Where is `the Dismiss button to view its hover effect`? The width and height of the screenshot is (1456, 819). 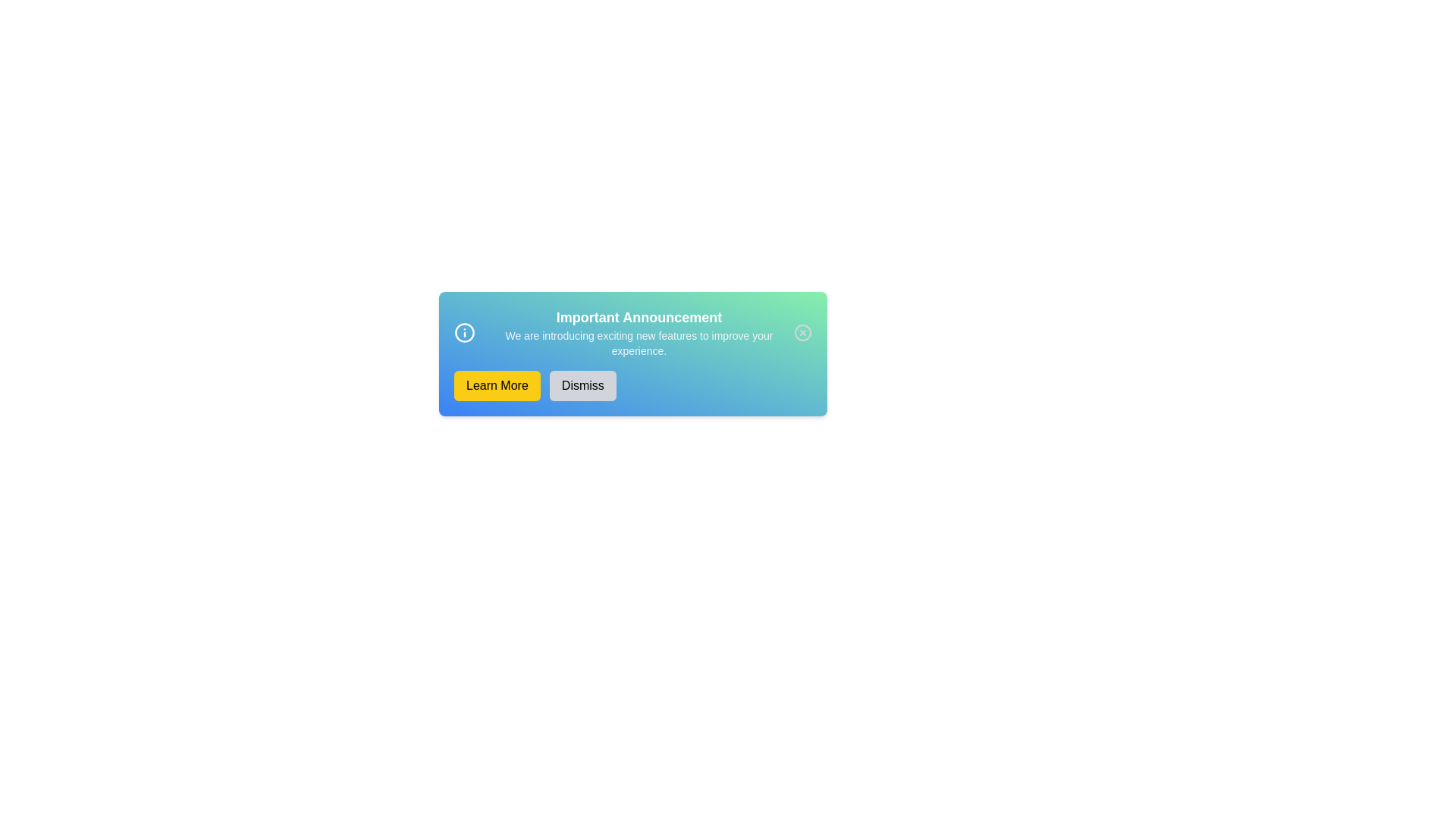
the Dismiss button to view its hover effect is located at coordinates (582, 385).